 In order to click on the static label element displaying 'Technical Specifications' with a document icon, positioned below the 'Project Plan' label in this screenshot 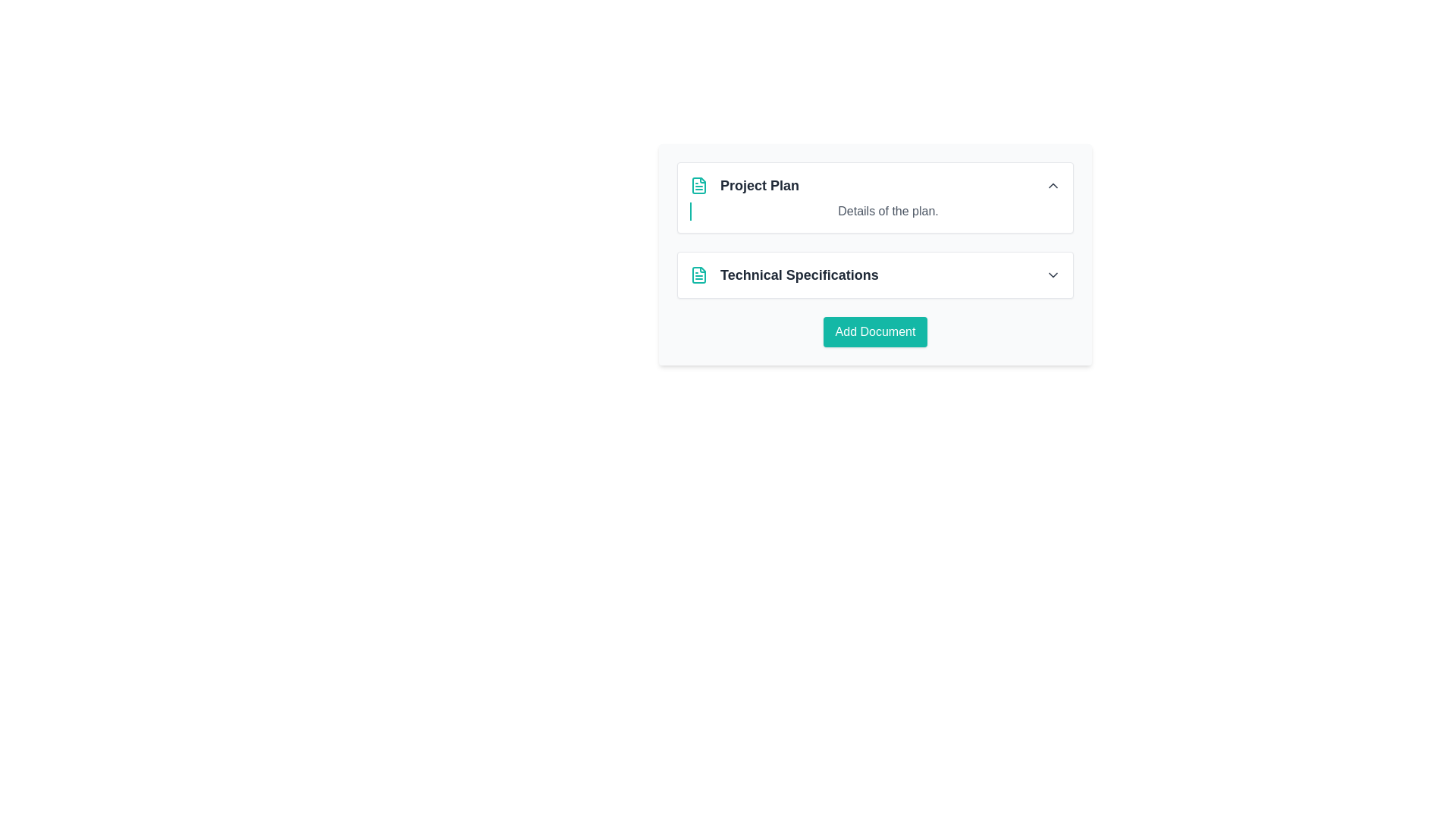, I will do `click(784, 275)`.